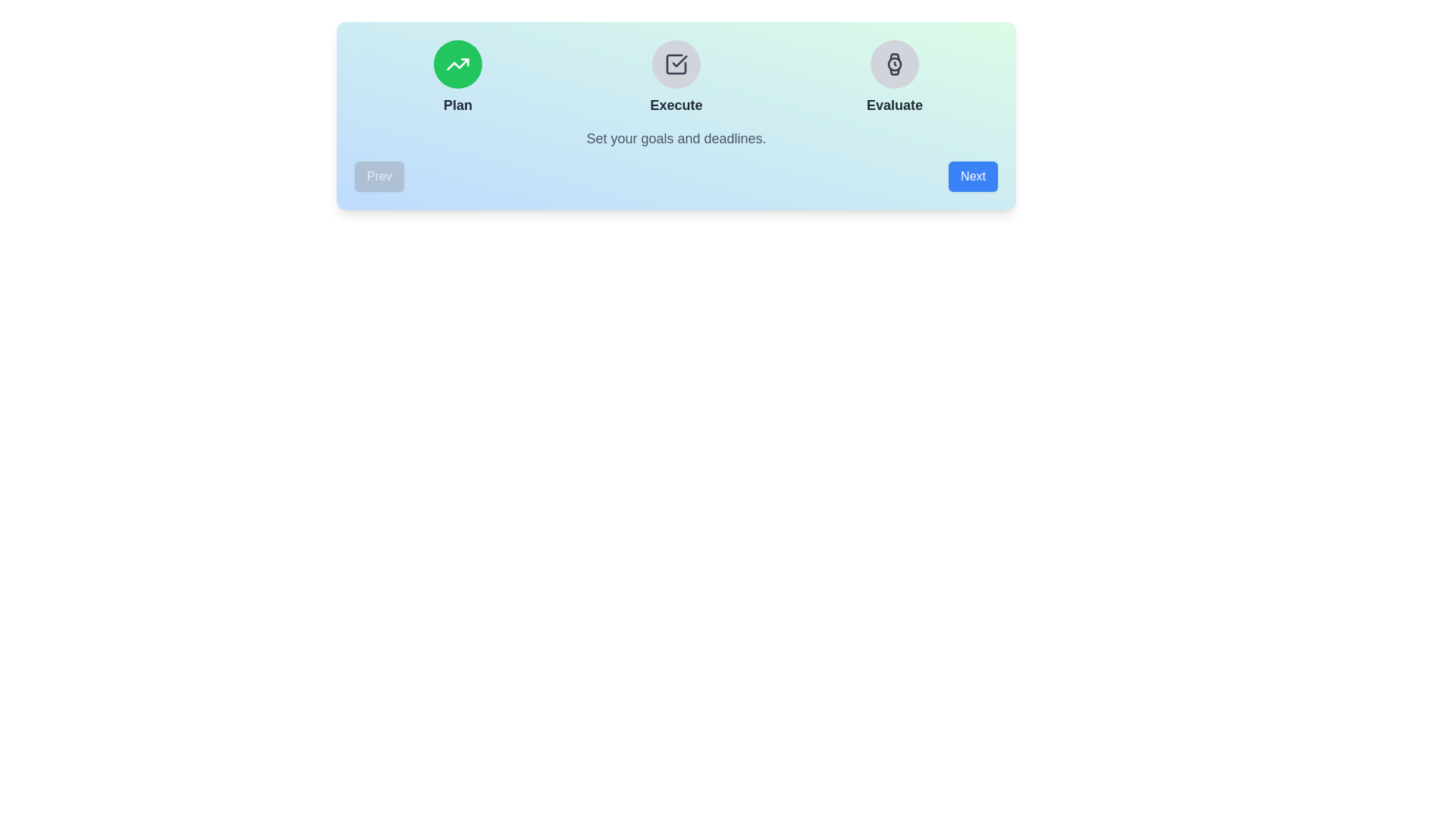 The image size is (1456, 819). I want to click on the 'Next' button to proceed to the next step, so click(972, 175).